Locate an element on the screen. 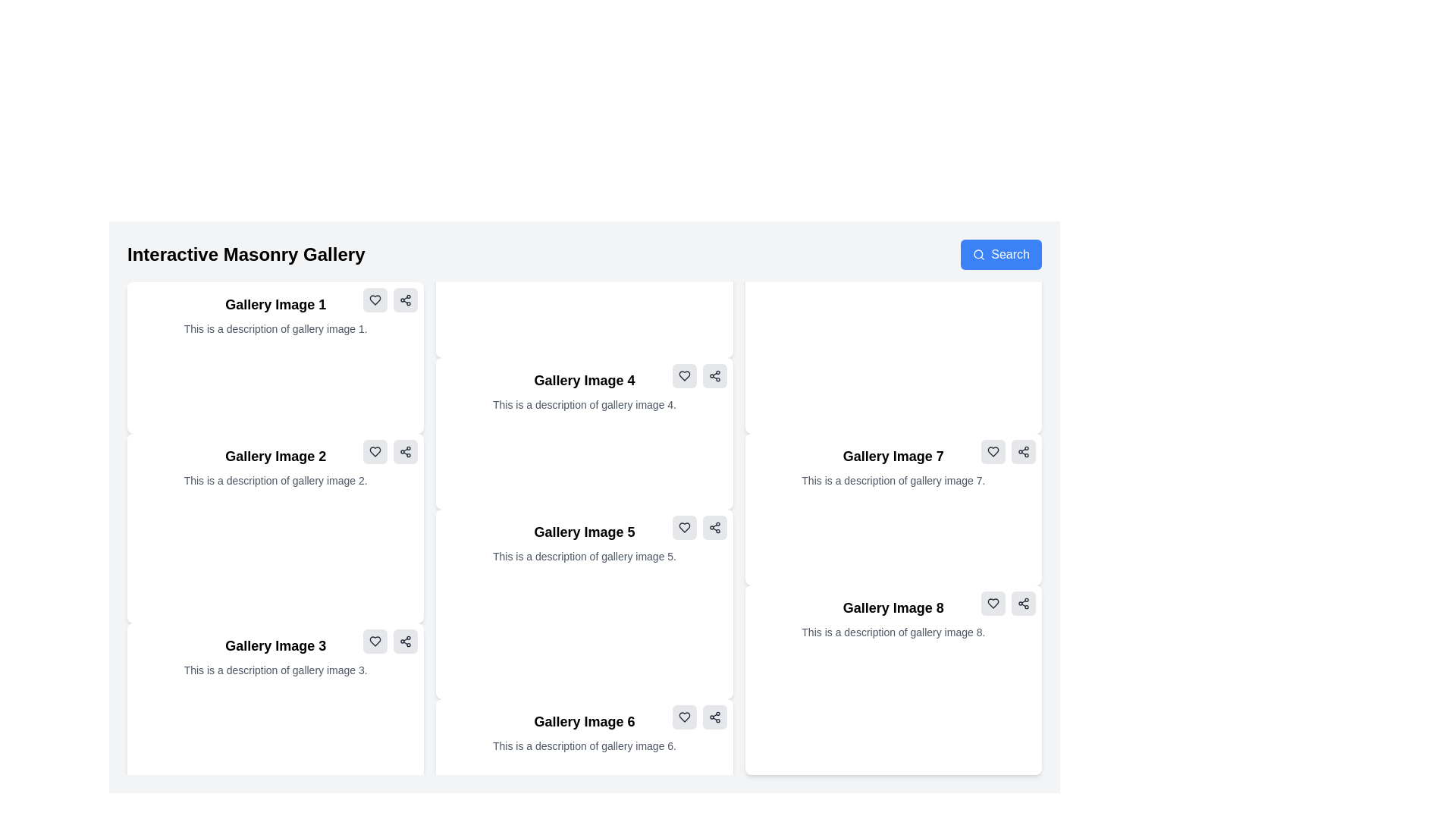  the share button located to the right of the heart icon in the card labeled 'Gallery Image 5' is located at coordinates (714, 526).